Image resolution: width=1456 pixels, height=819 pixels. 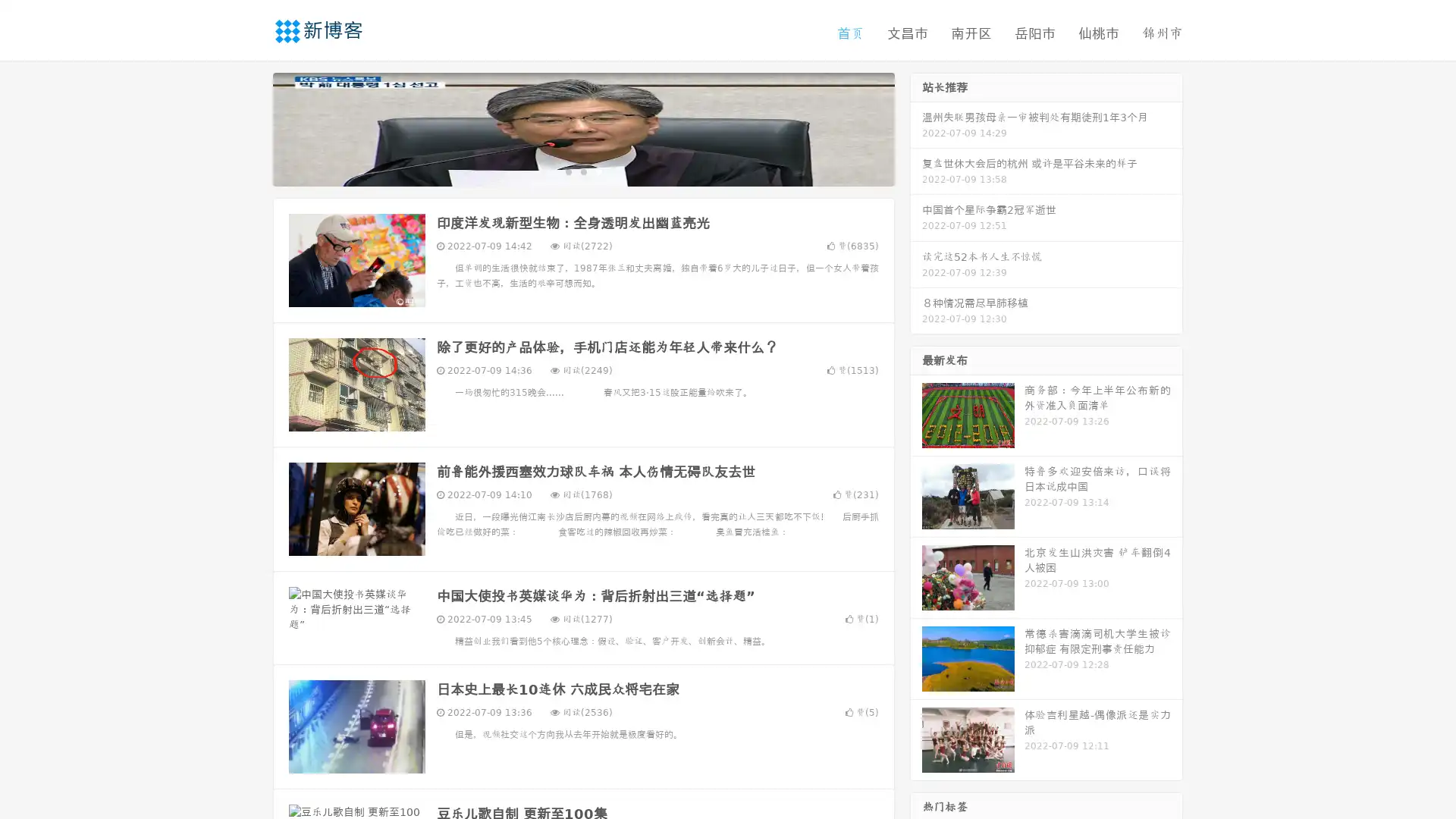 I want to click on Next slide, so click(x=916, y=127).